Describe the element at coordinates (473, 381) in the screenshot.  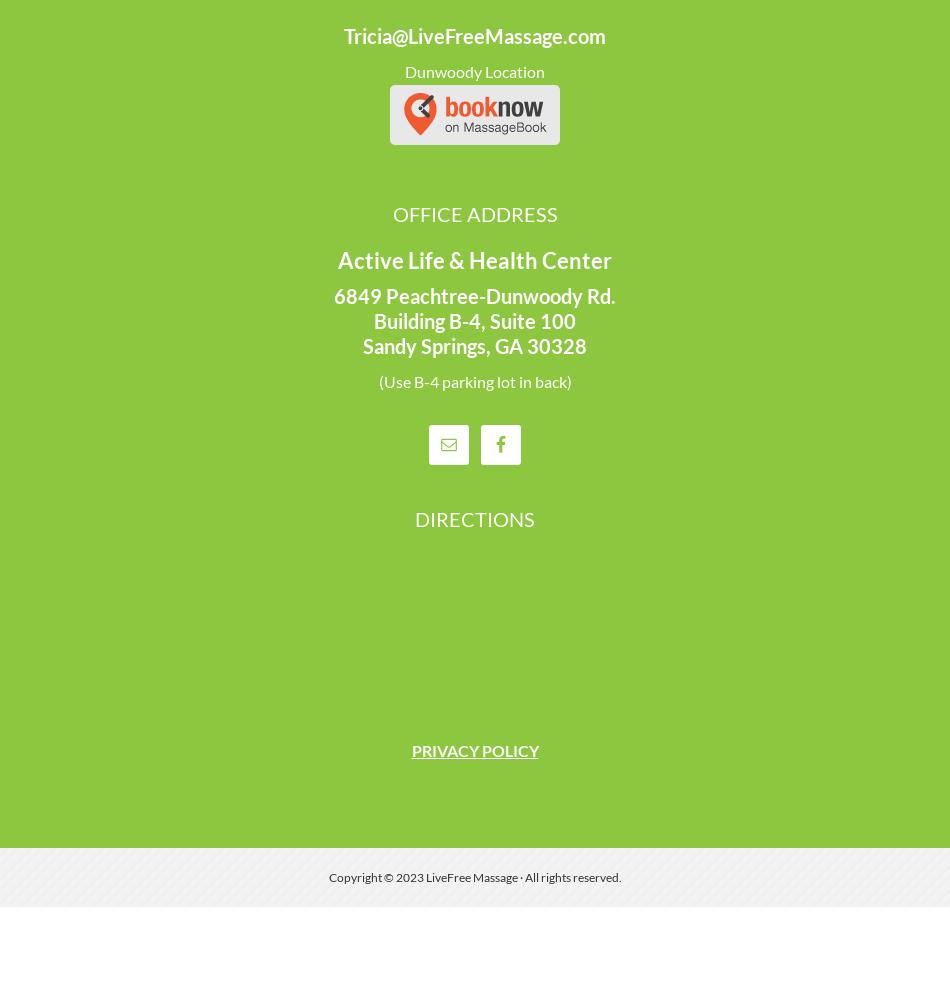
I see `'(Use B-4 parking lot in back)'` at that location.